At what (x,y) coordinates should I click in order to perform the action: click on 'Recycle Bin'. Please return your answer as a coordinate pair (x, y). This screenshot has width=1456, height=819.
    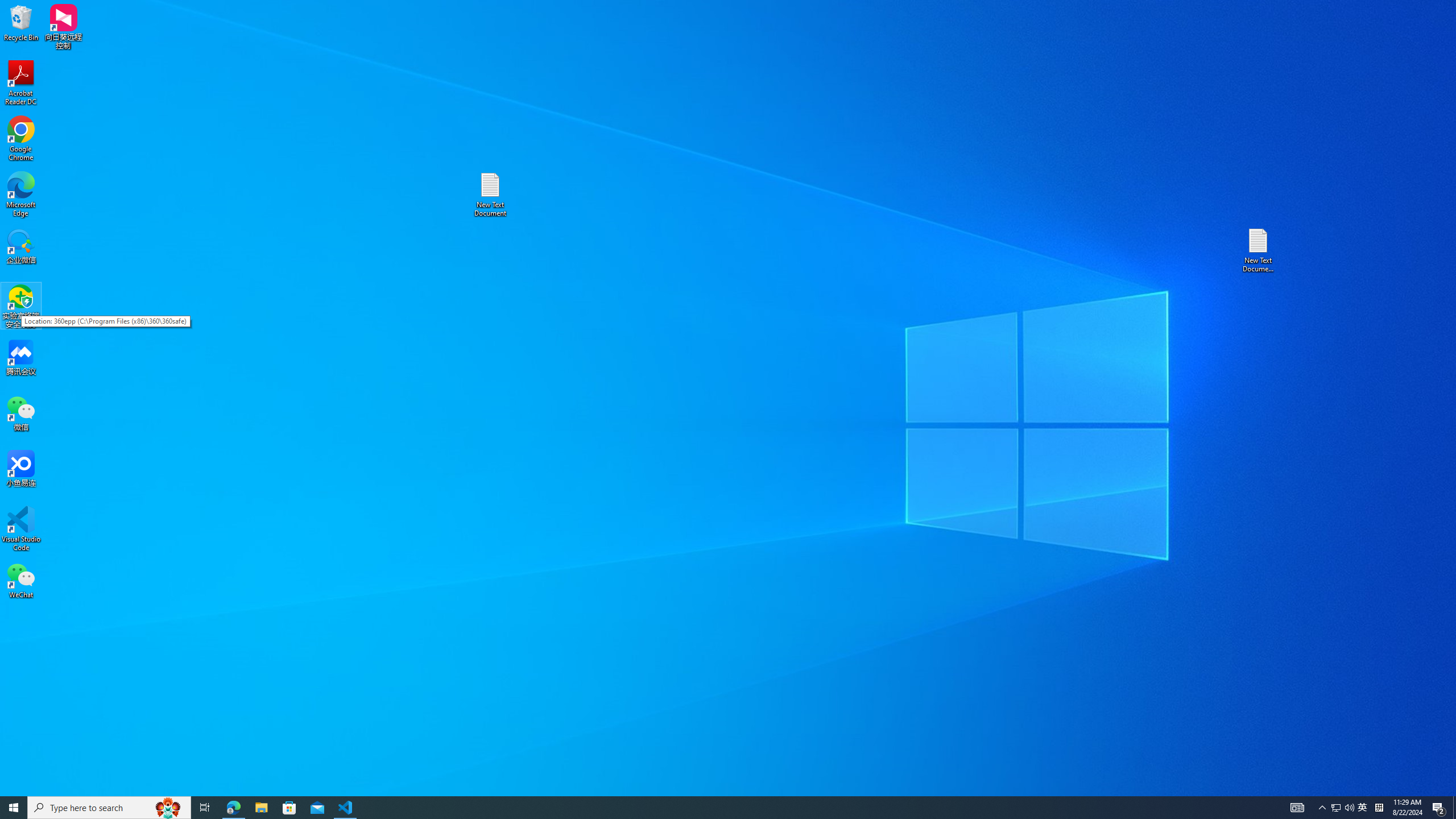
    Looking at the image, I should click on (20, 22).